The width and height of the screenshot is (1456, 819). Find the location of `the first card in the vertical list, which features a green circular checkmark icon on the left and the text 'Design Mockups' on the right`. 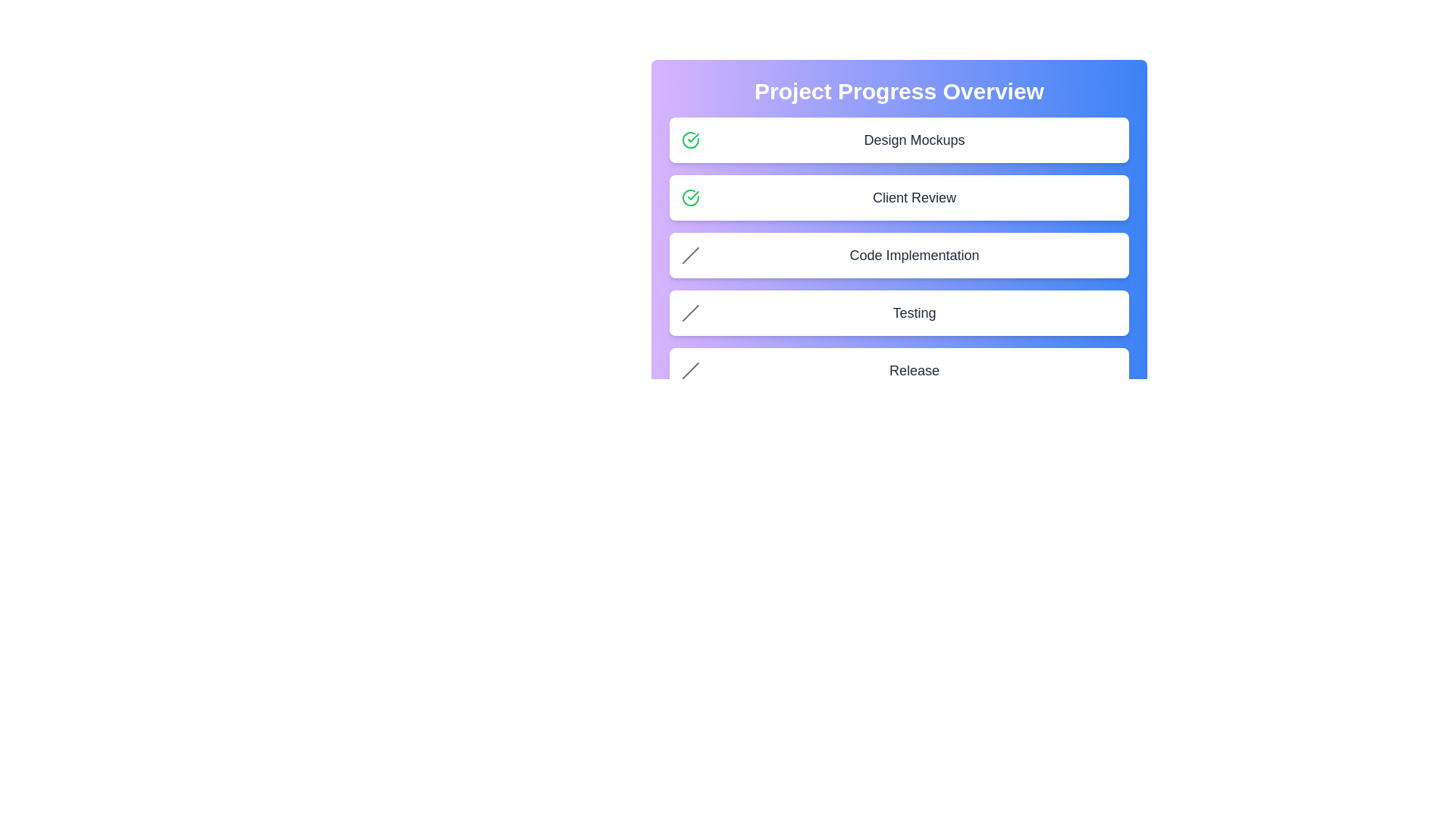

the first card in the vertical list, which features a green circular checkmark icon on the left and the text 'Design Mockups' on the right is located at coordinates (899, 140).